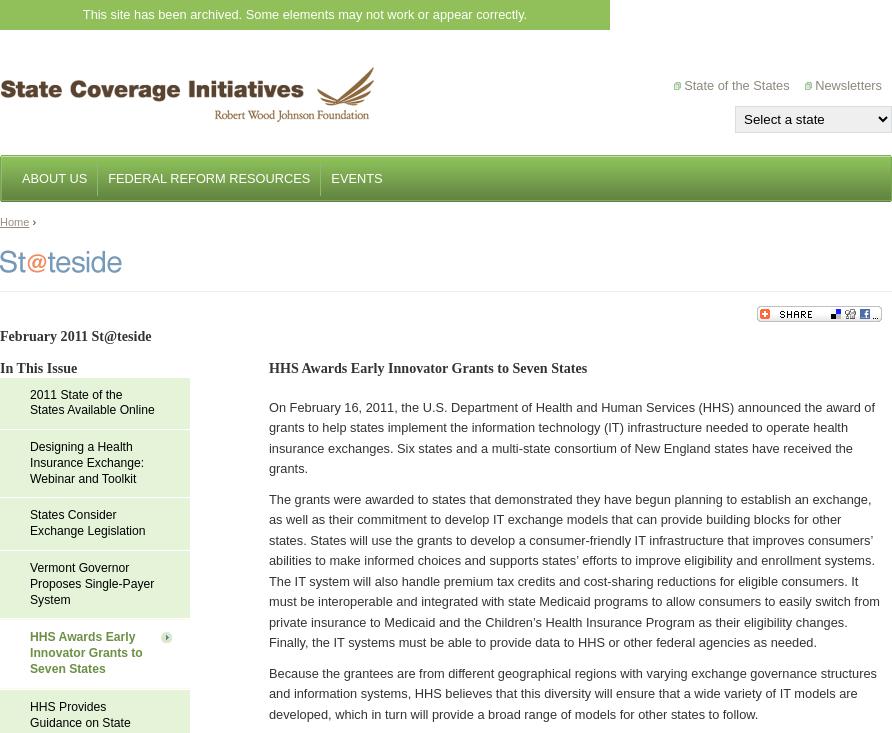  I want to click on 'Newsletters', so click(847, 85).